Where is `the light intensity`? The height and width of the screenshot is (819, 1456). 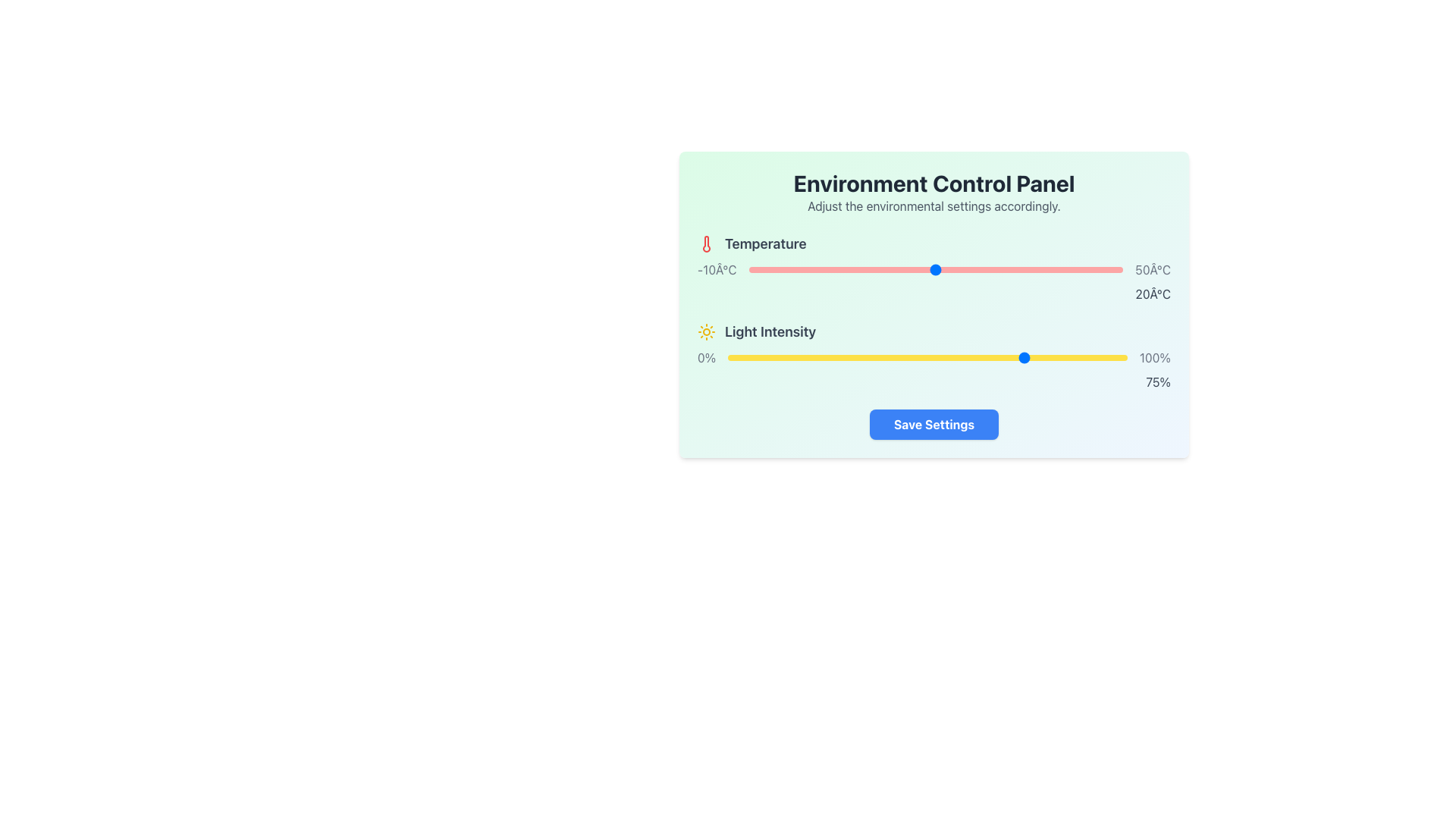
the light intensity is located at coordinates (728, 357).